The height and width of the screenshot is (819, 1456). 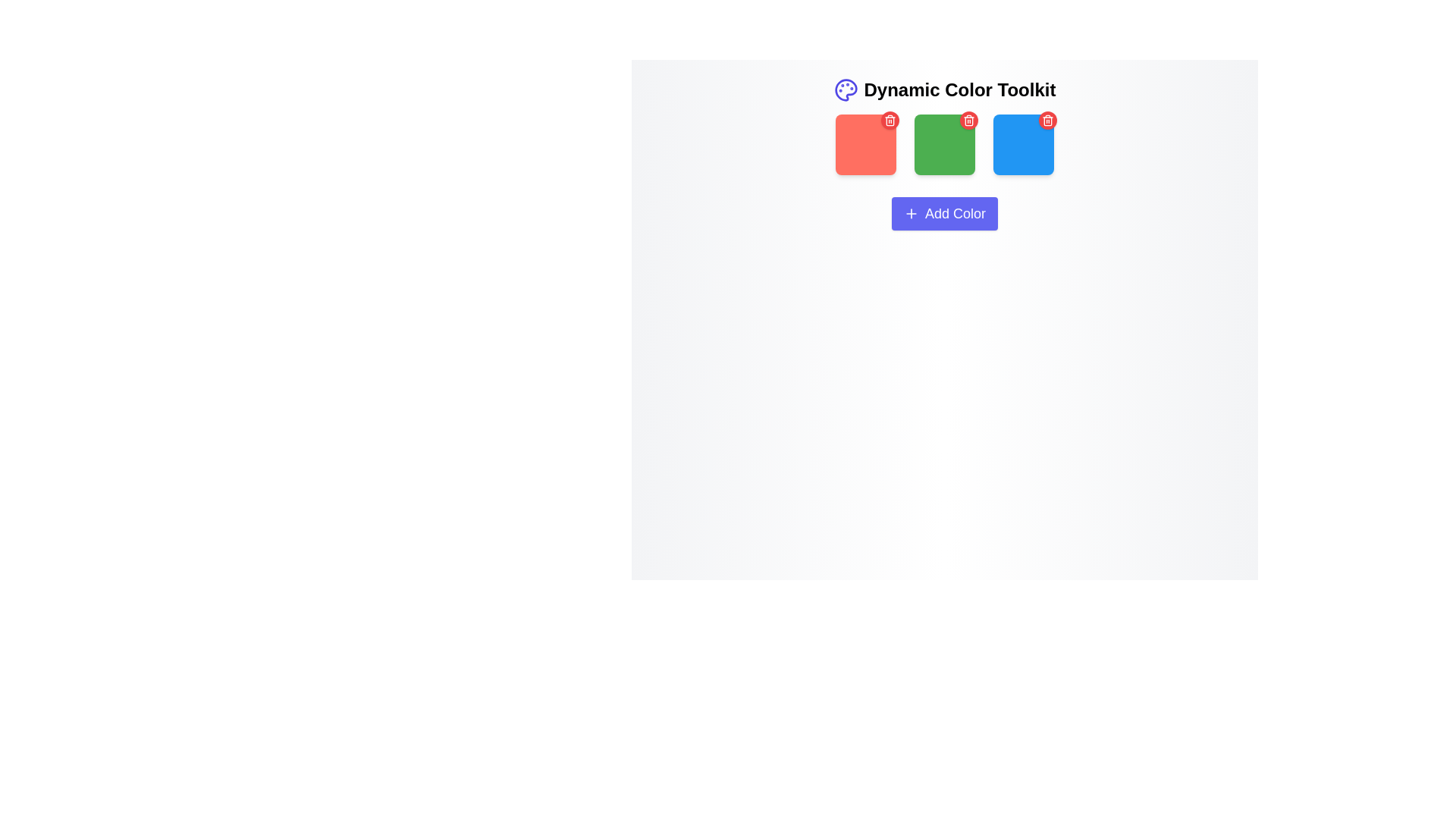 I want to click on the delete button located at the top-right corner of the red color tile in the top-left area of the grid, so click(x=890, y=119).